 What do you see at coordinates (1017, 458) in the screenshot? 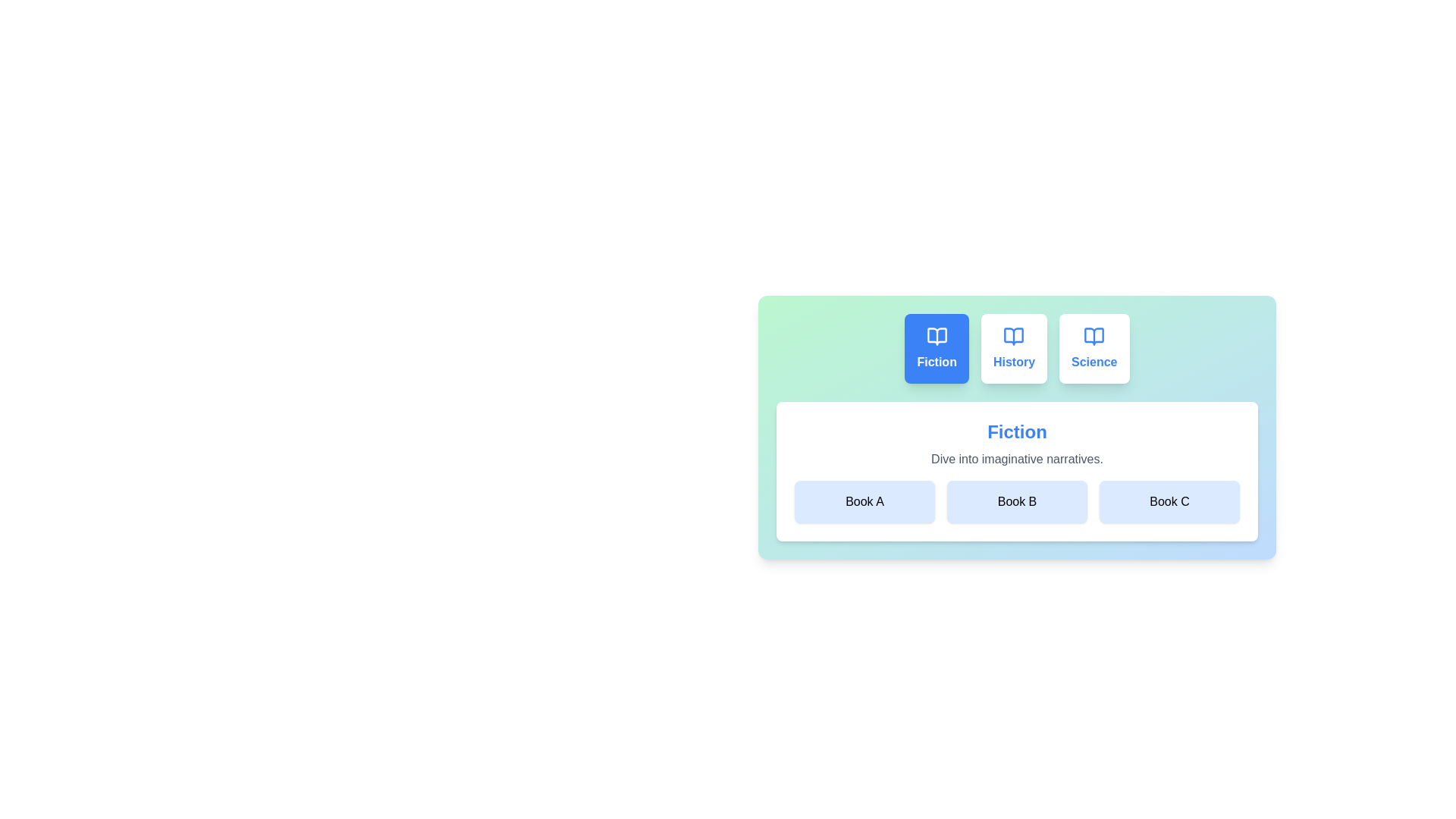
I see `the description text to select it` at bounding box center [1017, 458].